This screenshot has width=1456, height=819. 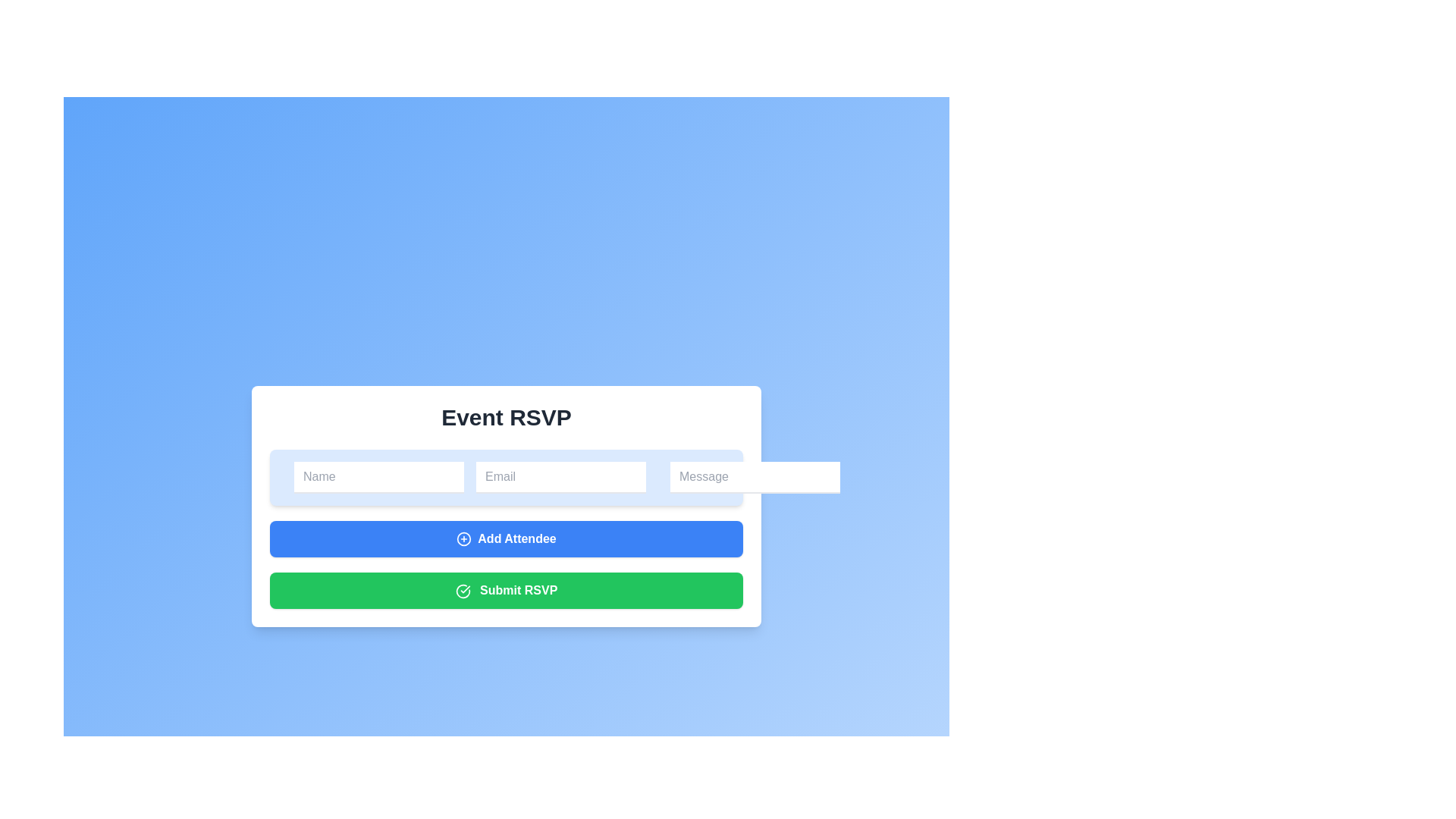 What do you see at coordinates (463, 538) in the screenshot?
I see `the decorative circular shape within the 'Add Attendee' button` at bounding box center [463, 538].